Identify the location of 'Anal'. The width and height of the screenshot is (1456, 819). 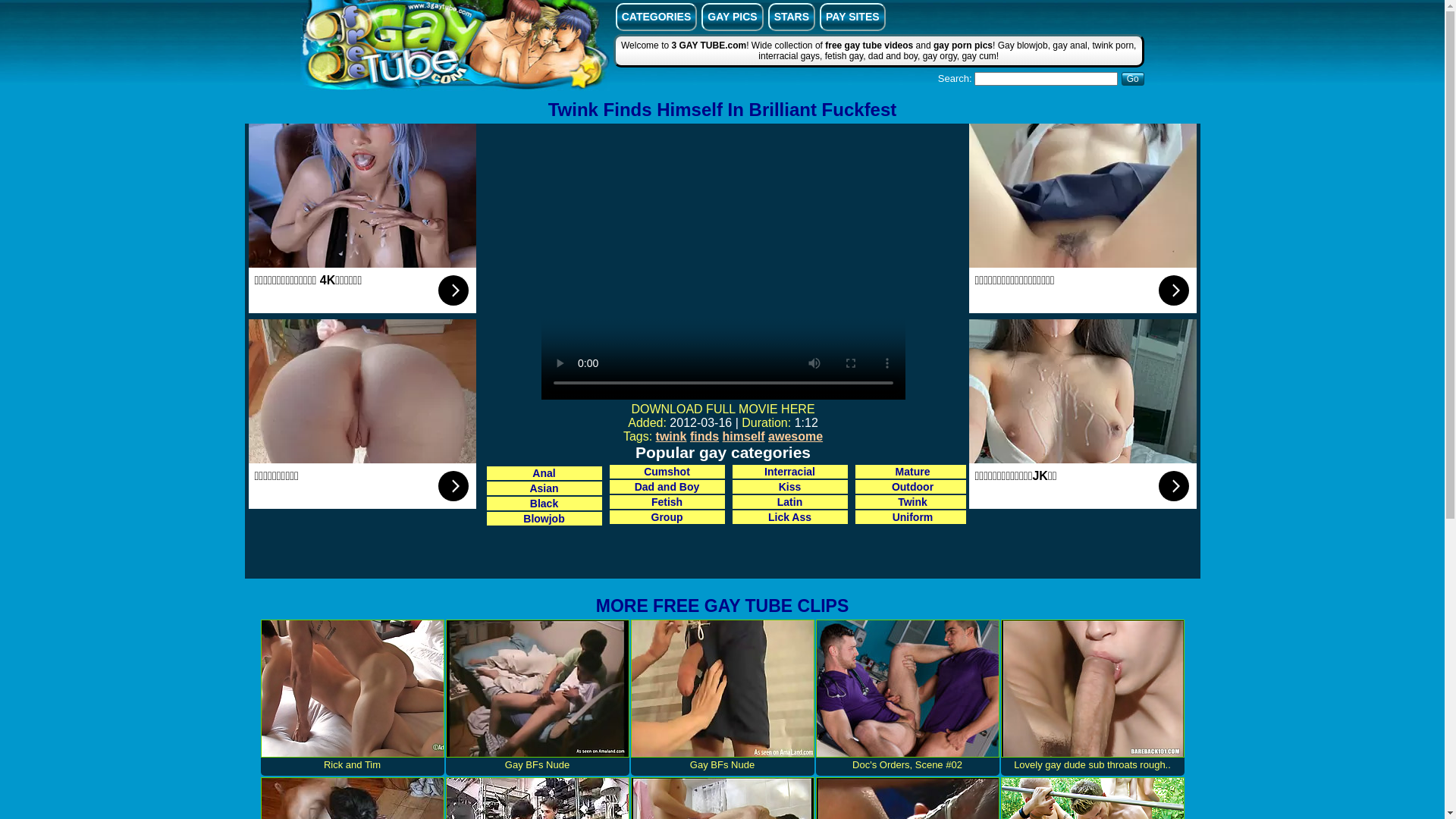
(544, 472).